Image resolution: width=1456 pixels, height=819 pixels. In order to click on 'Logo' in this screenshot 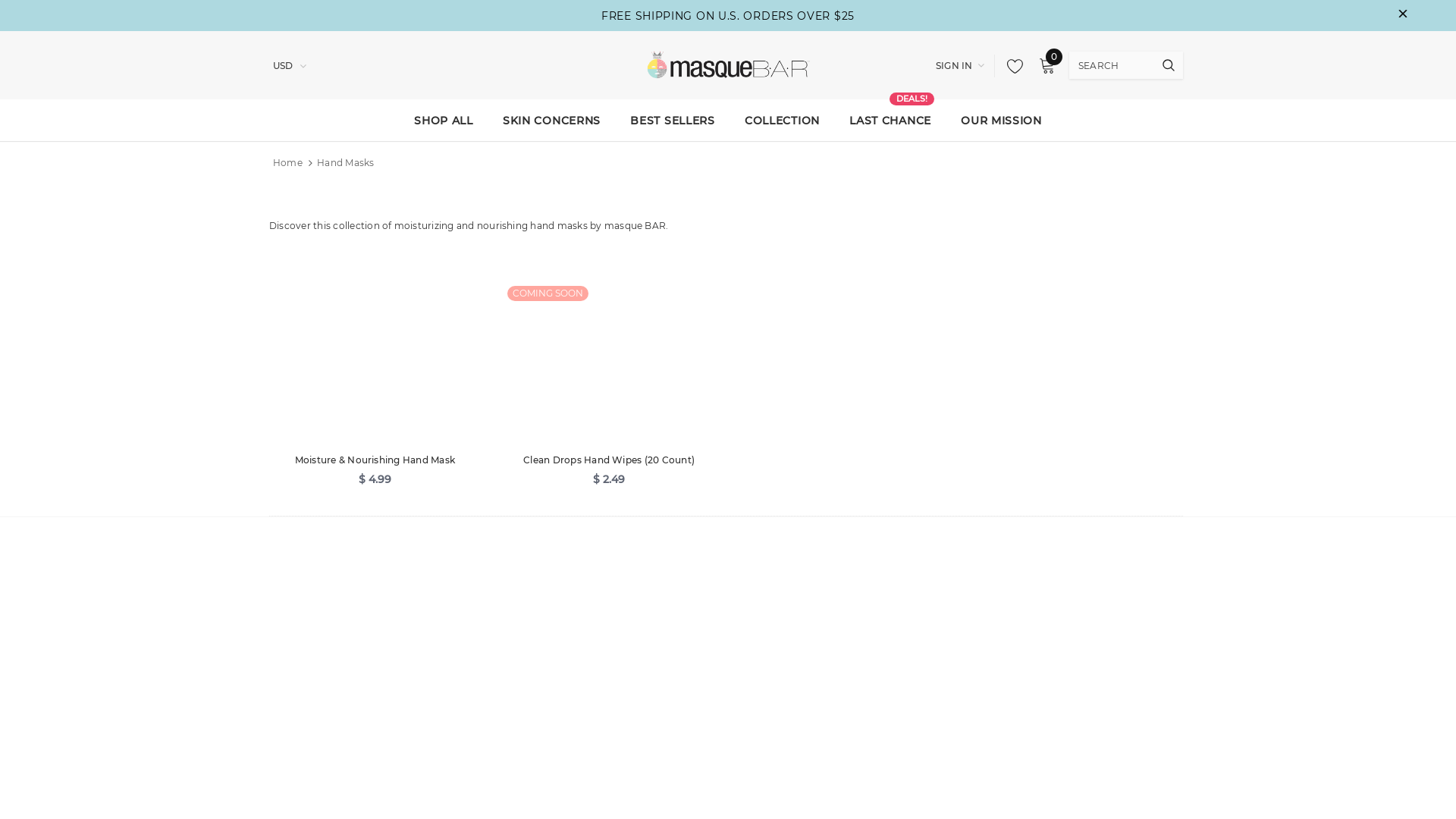, I will do `click(728, 65)`.